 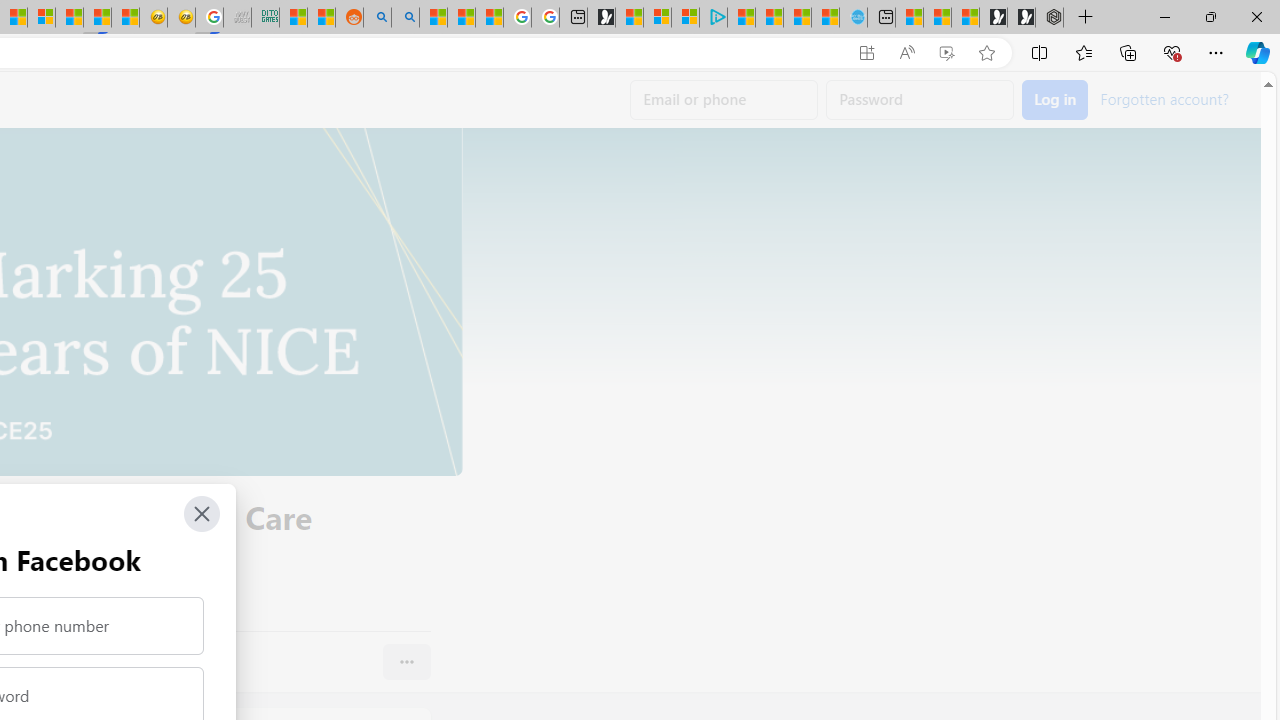 What do you see at coordinates (945, 52) in the screenshot?
I see `'Enhance video'` at bounding box center [945, 52].